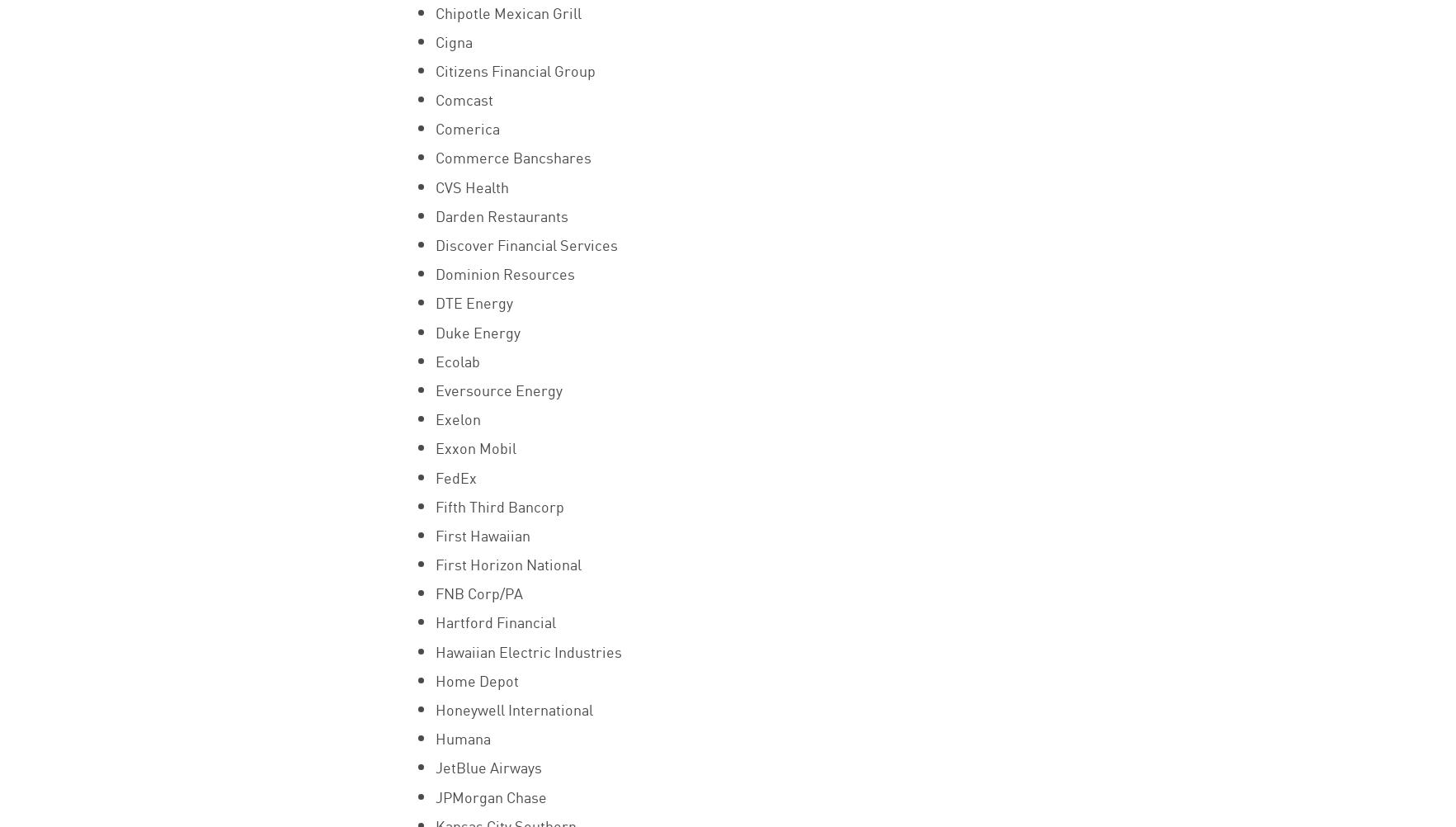 Image resolution: width=1456 pixels, height=827 pixels. What do you see at coordinates (500, 214) in the screenshot?
I see `'Darden Restaurants'` at bounding box center [500, 214].